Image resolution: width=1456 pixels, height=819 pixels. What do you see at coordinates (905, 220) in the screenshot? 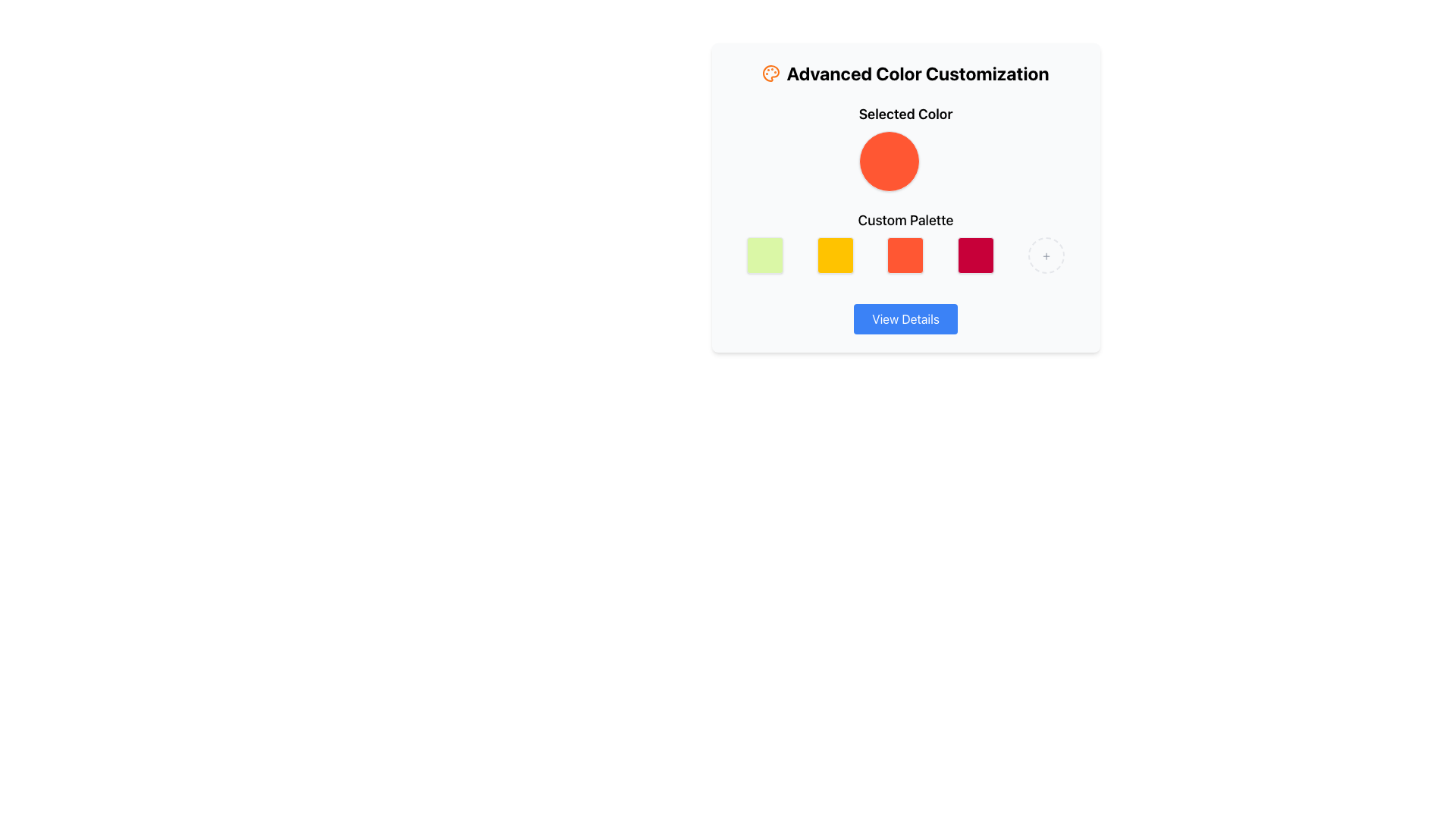
I see `the 'Custom Palette' text label, which is styled in bold font and positioned above a row of color blocks and '+' icons` at bounding box center [905, 220].